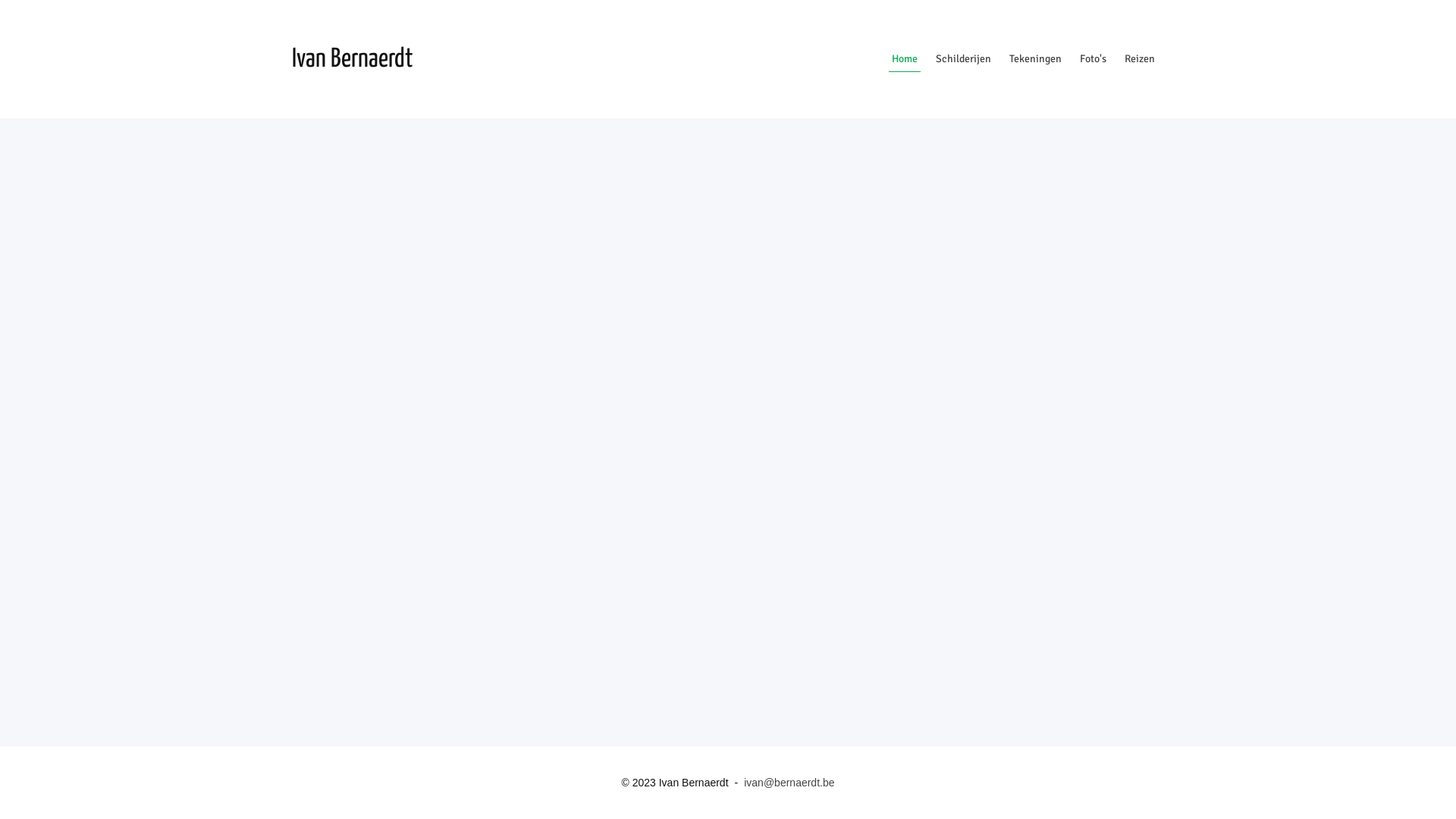 The width and height of the screenshot is (1456, 819). I want to click on 'ivan@bernaerdt.be', so click(789, 783).